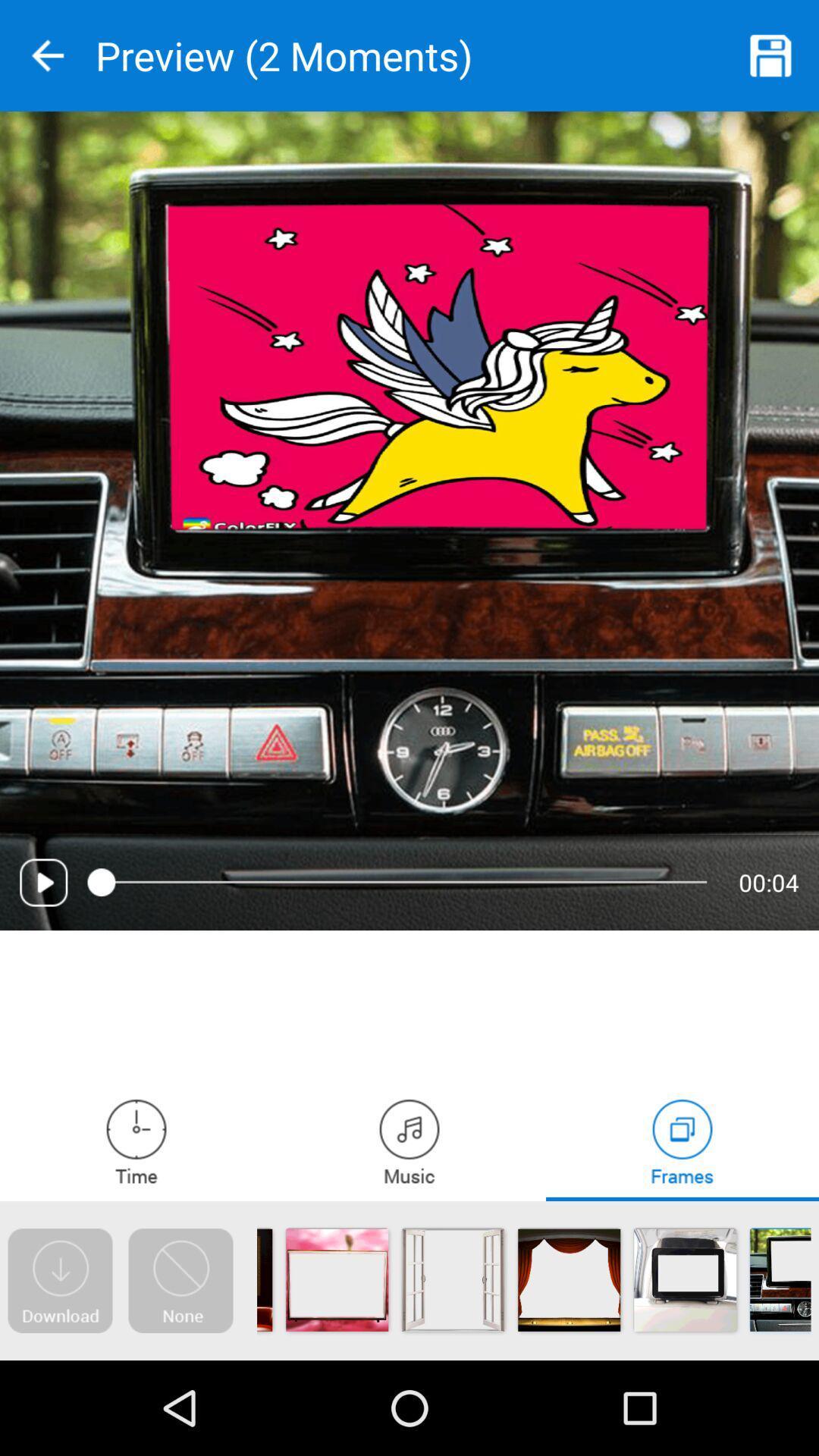 Image resolution: width=819 pixels, height=1456 pixels. What do you see at coordinates (136, 1141) in the screenshot?
I see `the microphone icon` at bounding box center [136, 1141].